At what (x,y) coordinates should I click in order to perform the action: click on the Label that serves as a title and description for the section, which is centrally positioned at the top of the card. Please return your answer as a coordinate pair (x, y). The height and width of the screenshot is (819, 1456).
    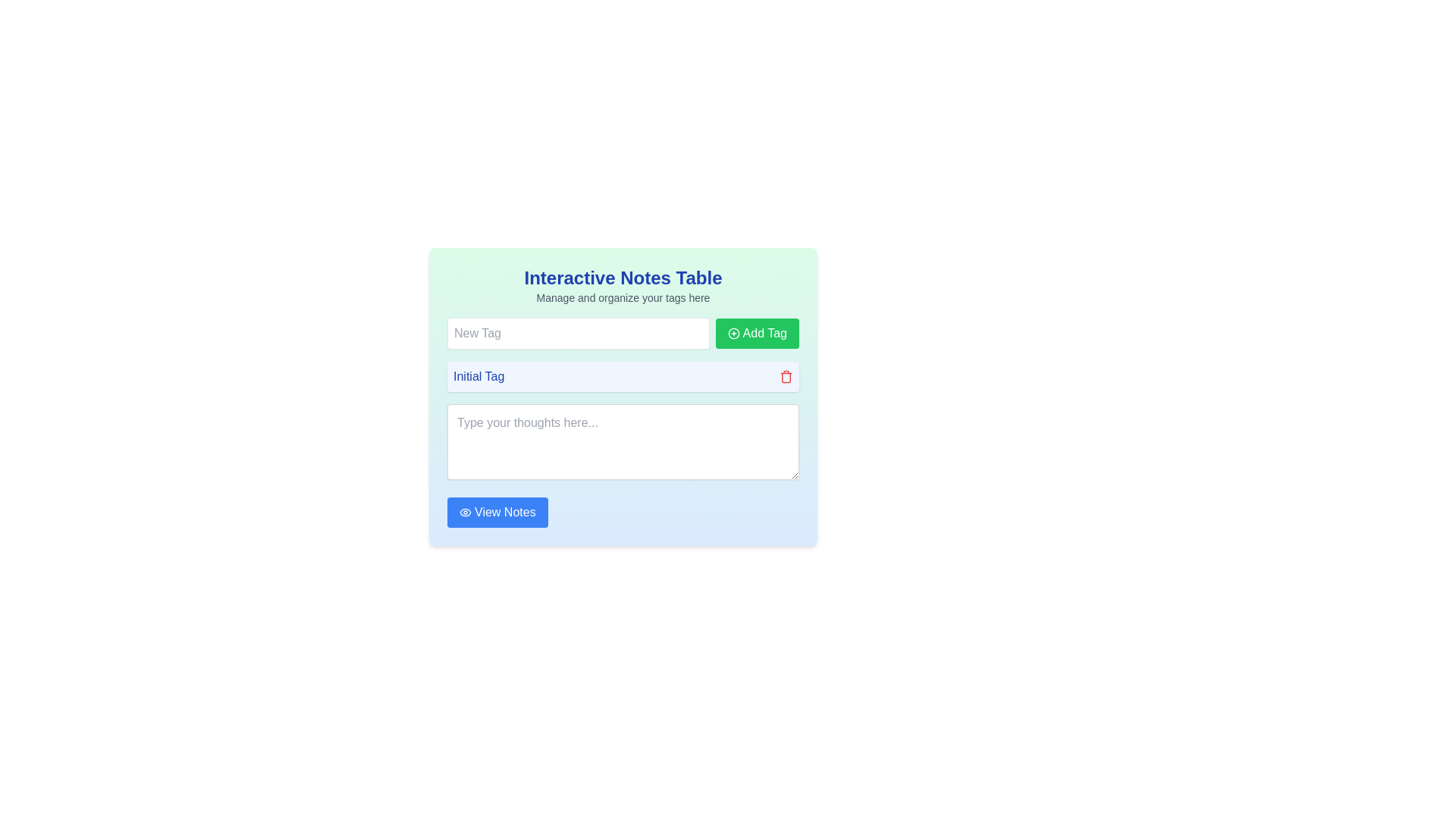
    Looking at the image, I should click on (623, 286).